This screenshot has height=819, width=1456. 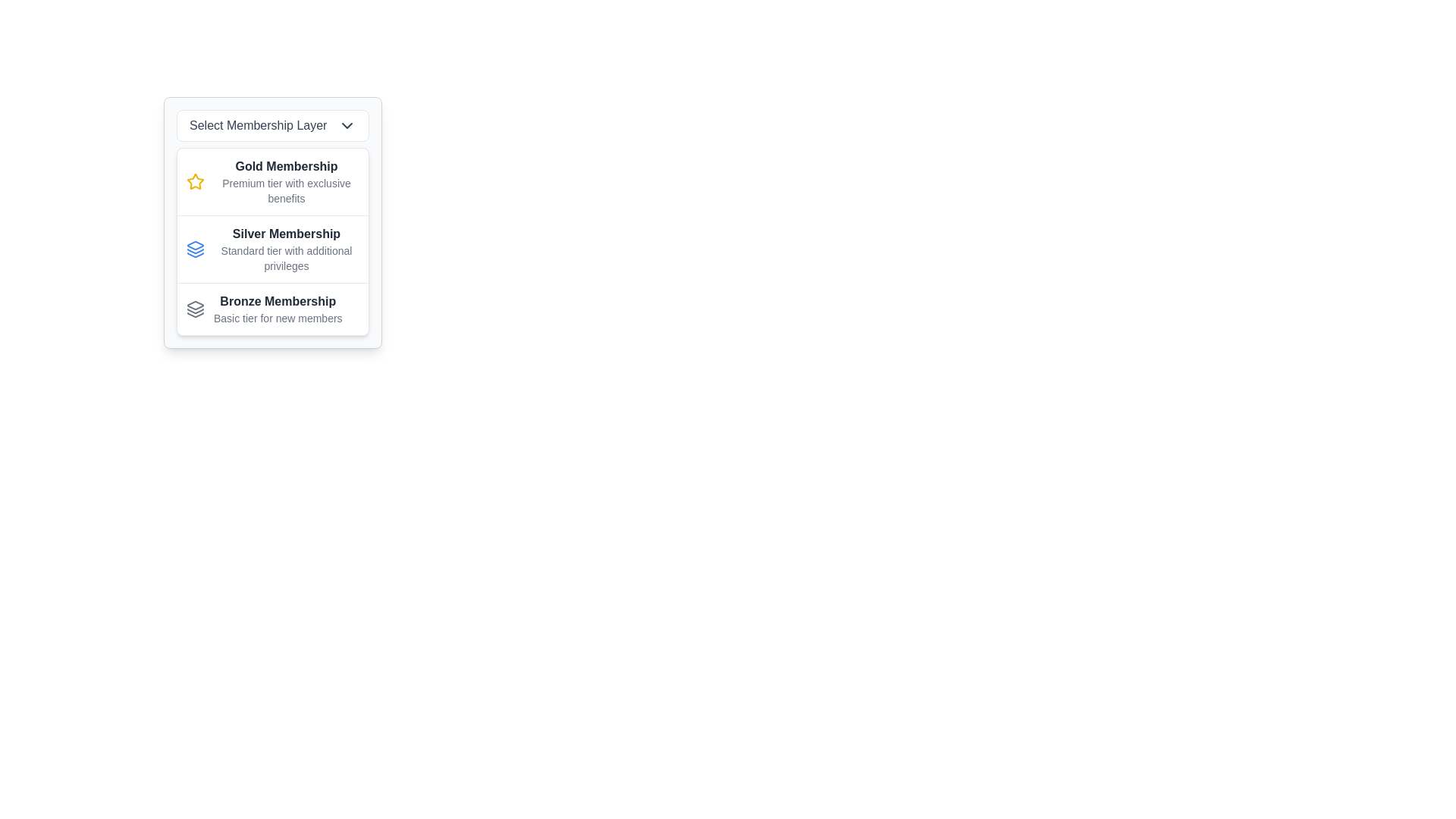 I want to click on the 'Silver Membership' label, which is the second item in the vertically stacked list of membership options in the dropdown interface, so click(x=287, y=234).